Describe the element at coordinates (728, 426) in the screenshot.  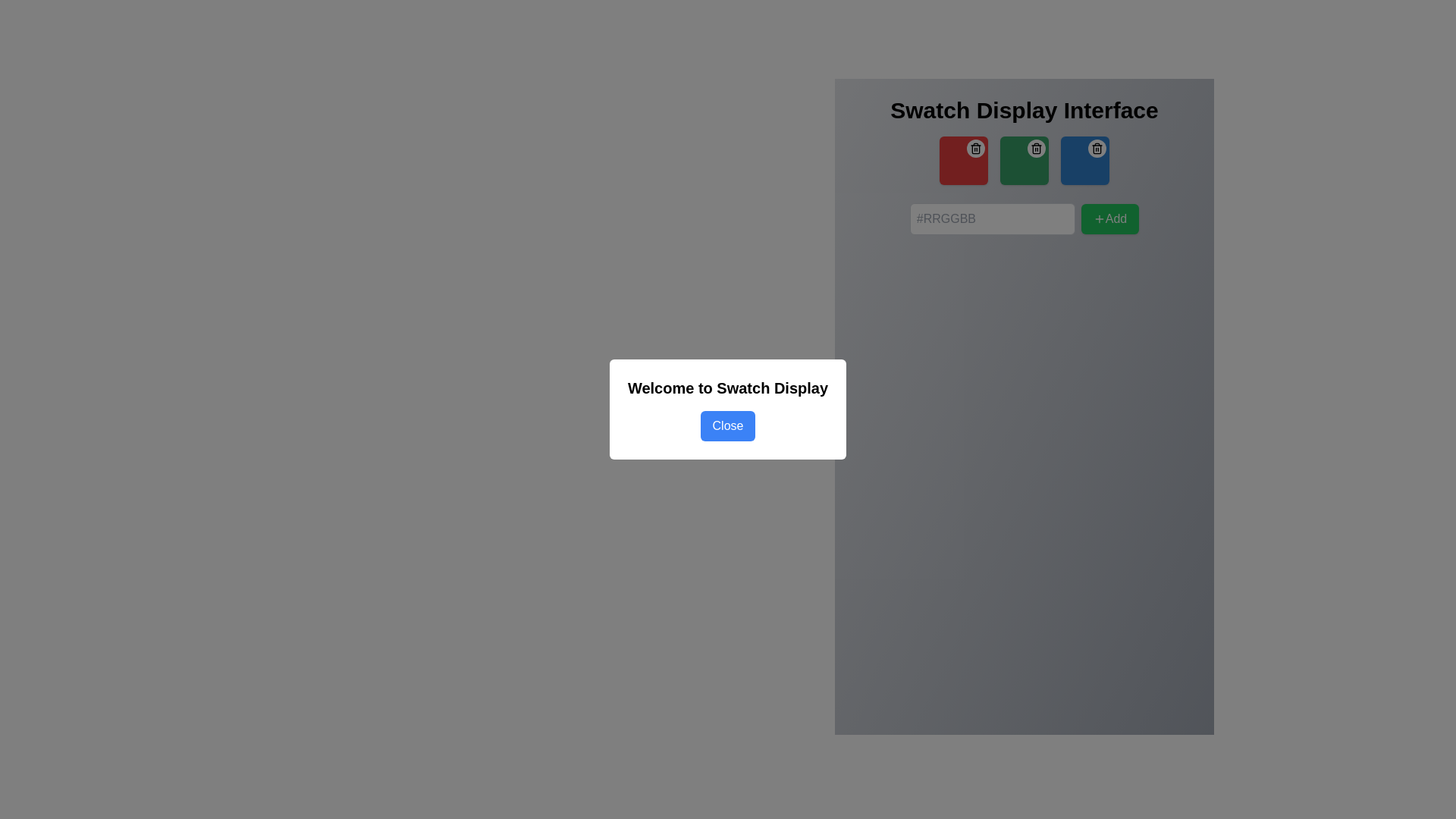
I see `the 'Close' button located within the modal that allows users` at that location.